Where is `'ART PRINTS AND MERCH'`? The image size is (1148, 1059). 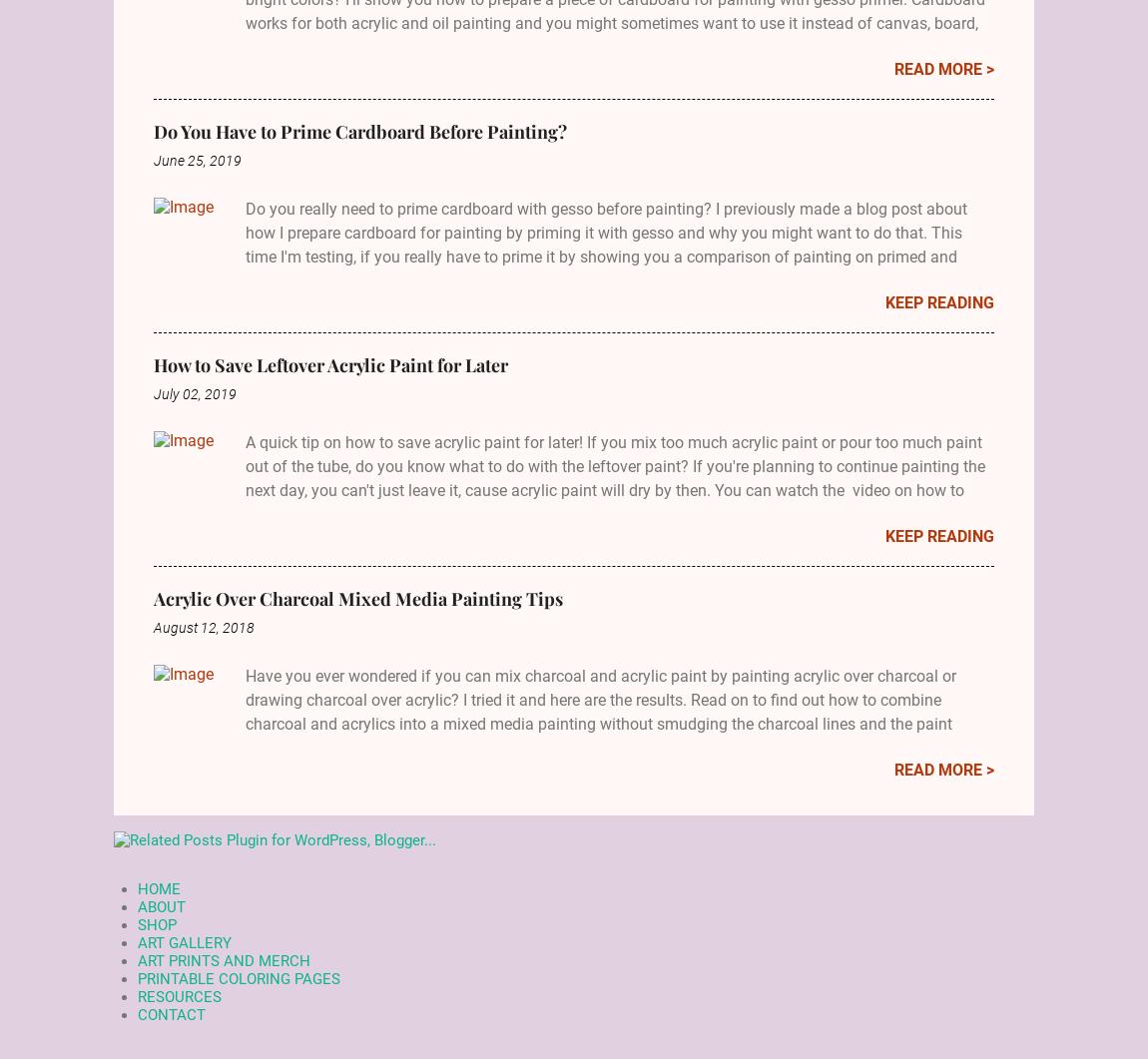
'ART PRINTS AND MERCH' is located at coordinates (223, 959).